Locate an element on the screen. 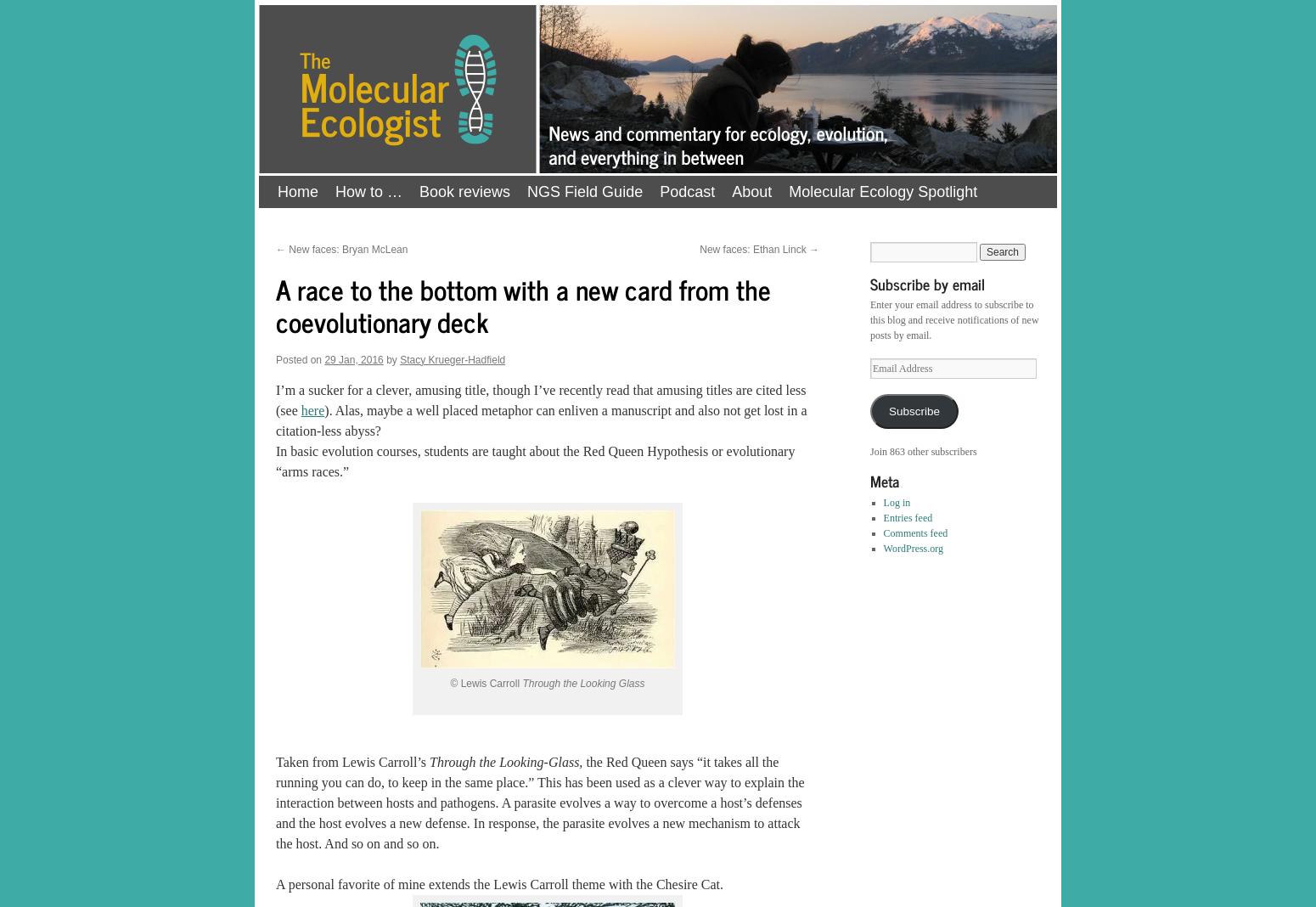 Image resolution: width=1316 pixels, height=907 pixels. '). Alas, maybe a well placed metaphor can enliven a manuscript and also not get lost in a citation-less abyss?' is located at coordinates (540, 420).